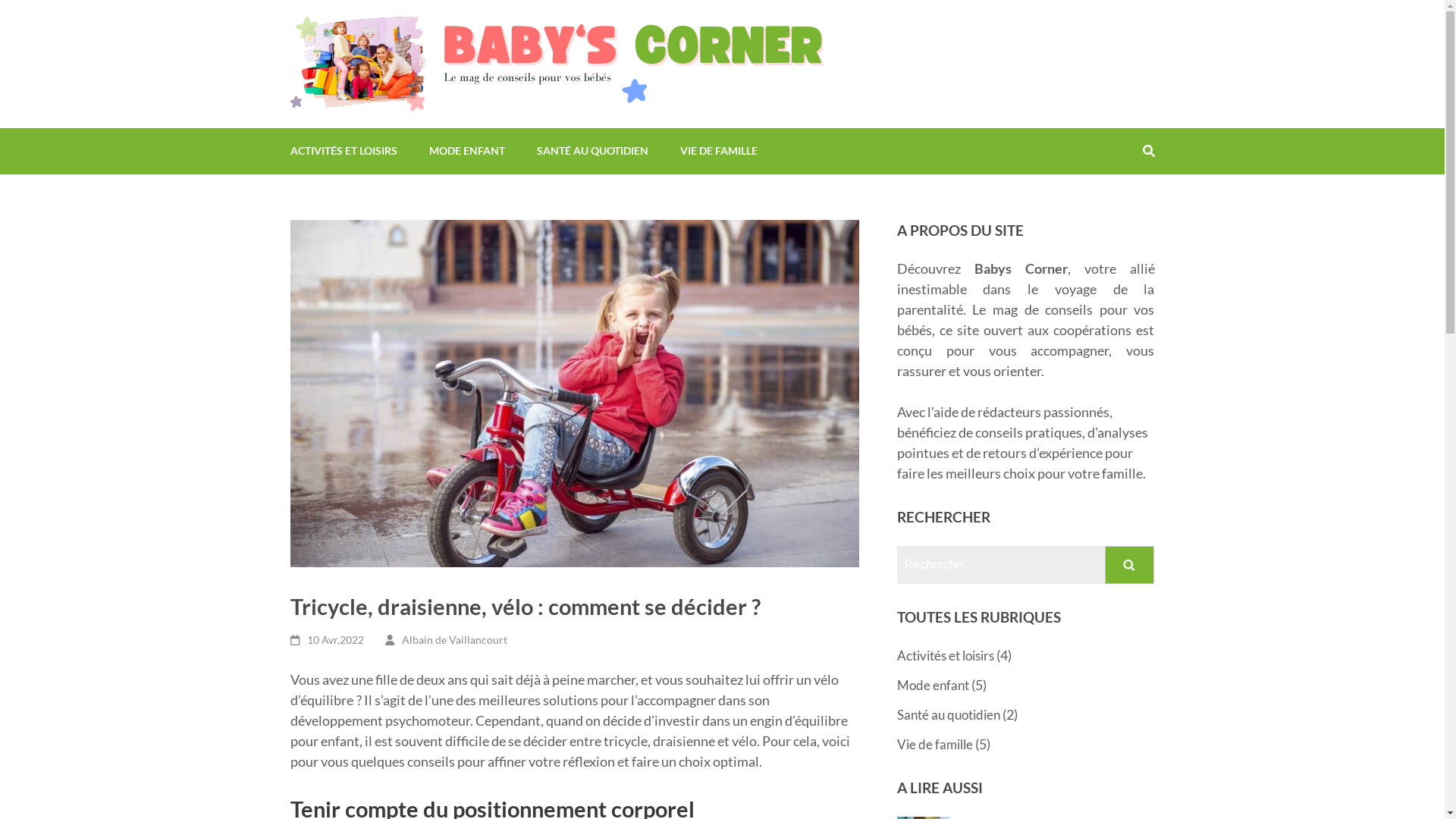 This screenshot has width=1456, height=819. What do you see at coordinates (934, 743) in the screenshot?
I see `'Vie de famille'` at bounding box center [934, 743].